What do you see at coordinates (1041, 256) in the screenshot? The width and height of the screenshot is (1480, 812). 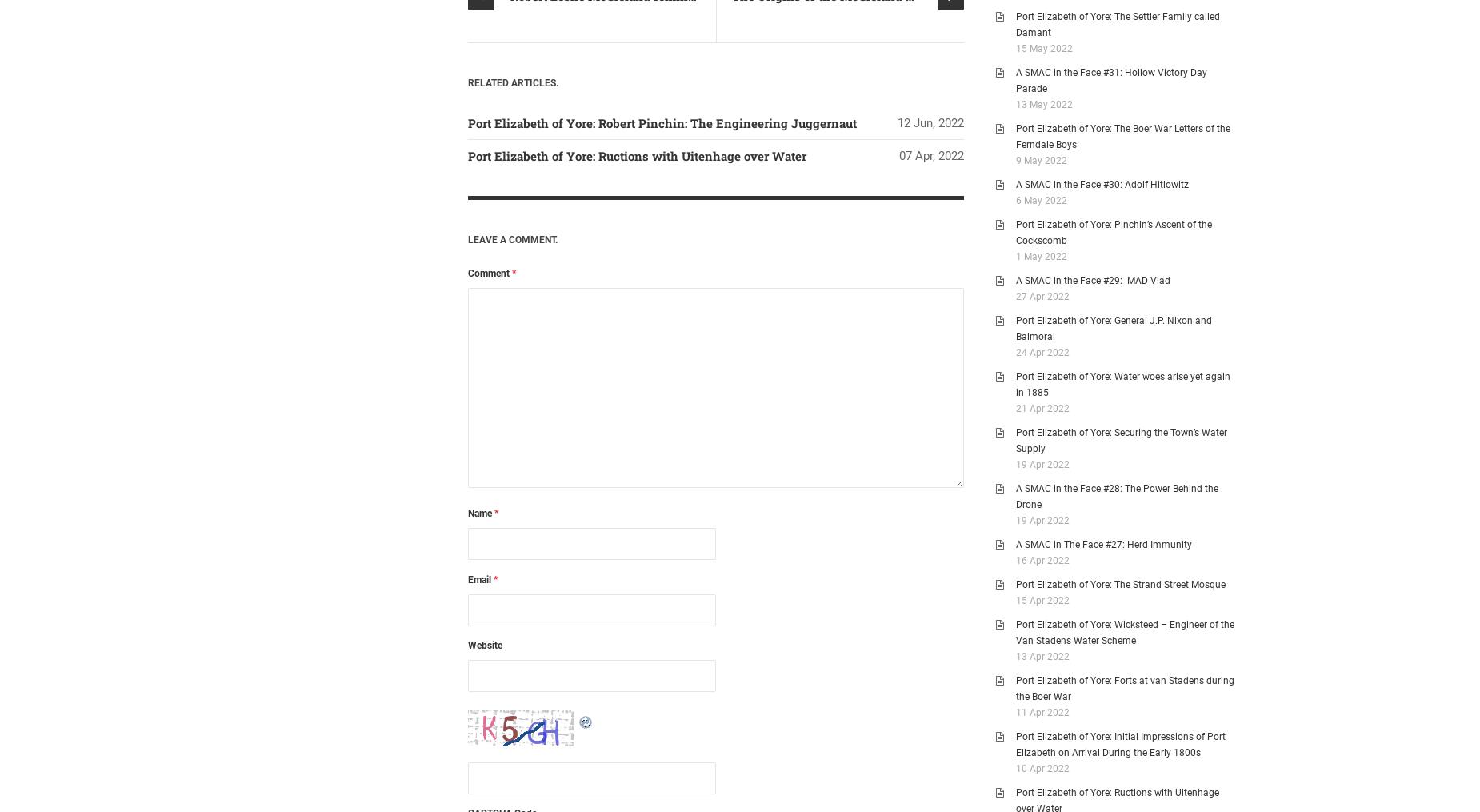 I see `'1 May 2022'` at bounding box center [1041, 256].